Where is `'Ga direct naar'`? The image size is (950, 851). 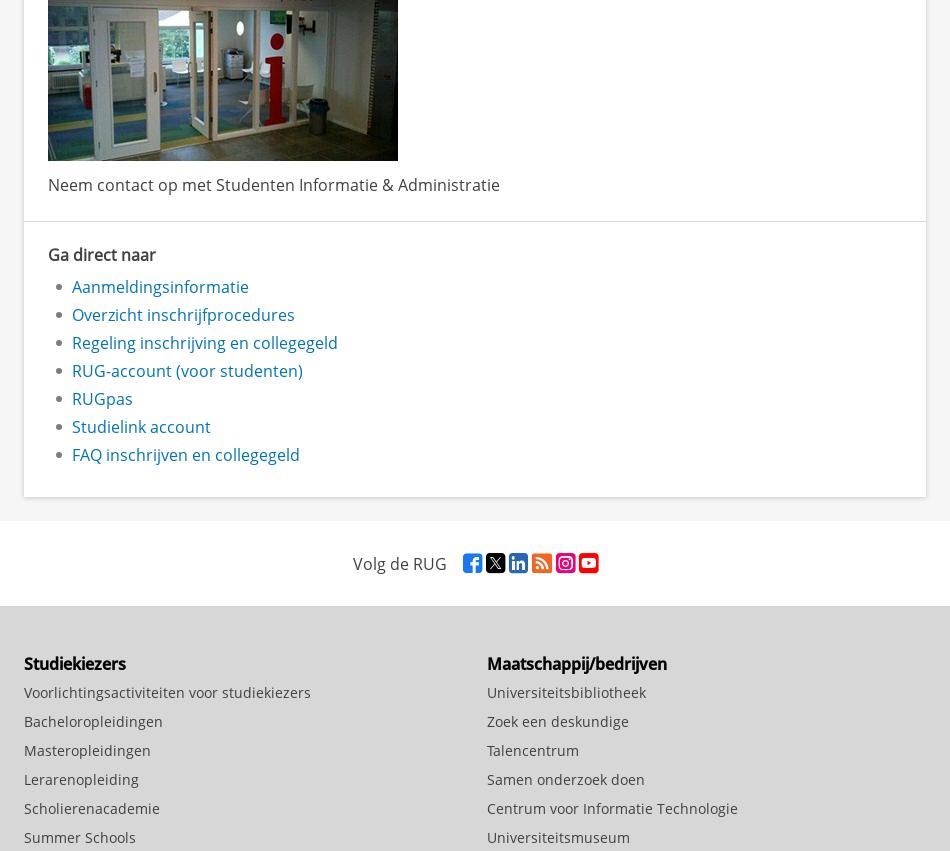
'Ga direct naar' is located at coordinates (102, 253).